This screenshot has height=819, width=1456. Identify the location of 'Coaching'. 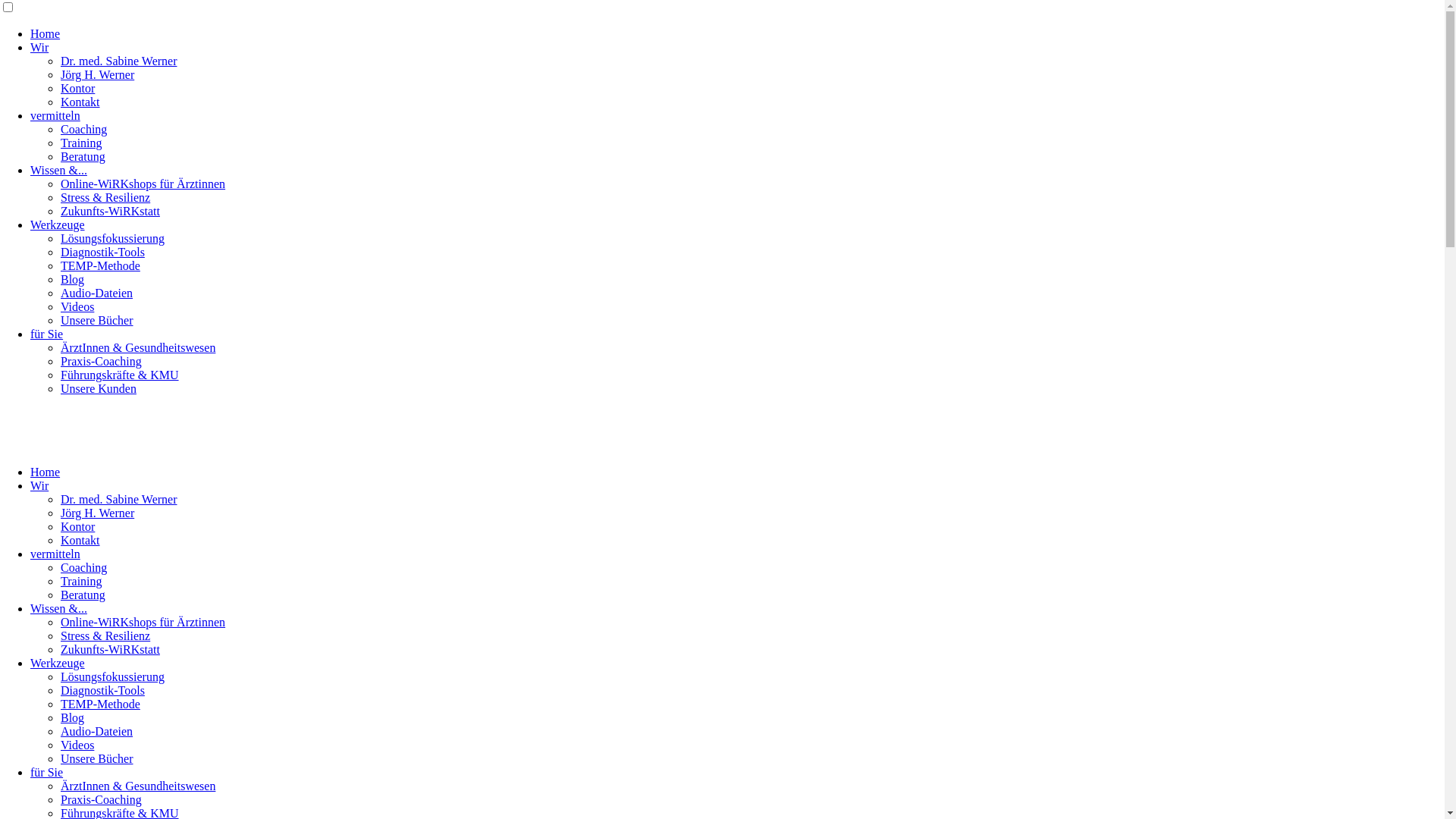
(83, 567).